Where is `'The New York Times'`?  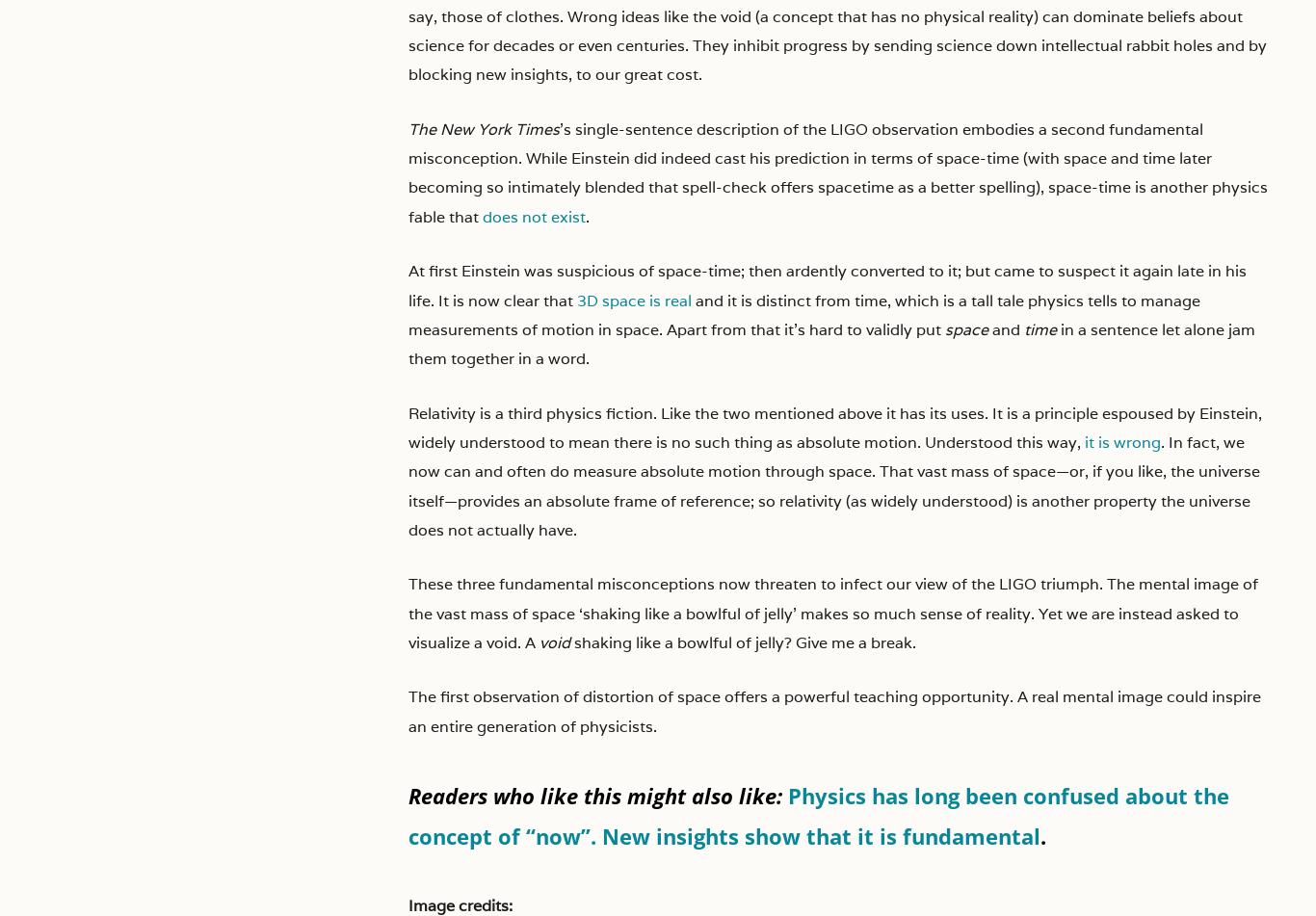
'The New York Times' is located at coordinates (484, 128).